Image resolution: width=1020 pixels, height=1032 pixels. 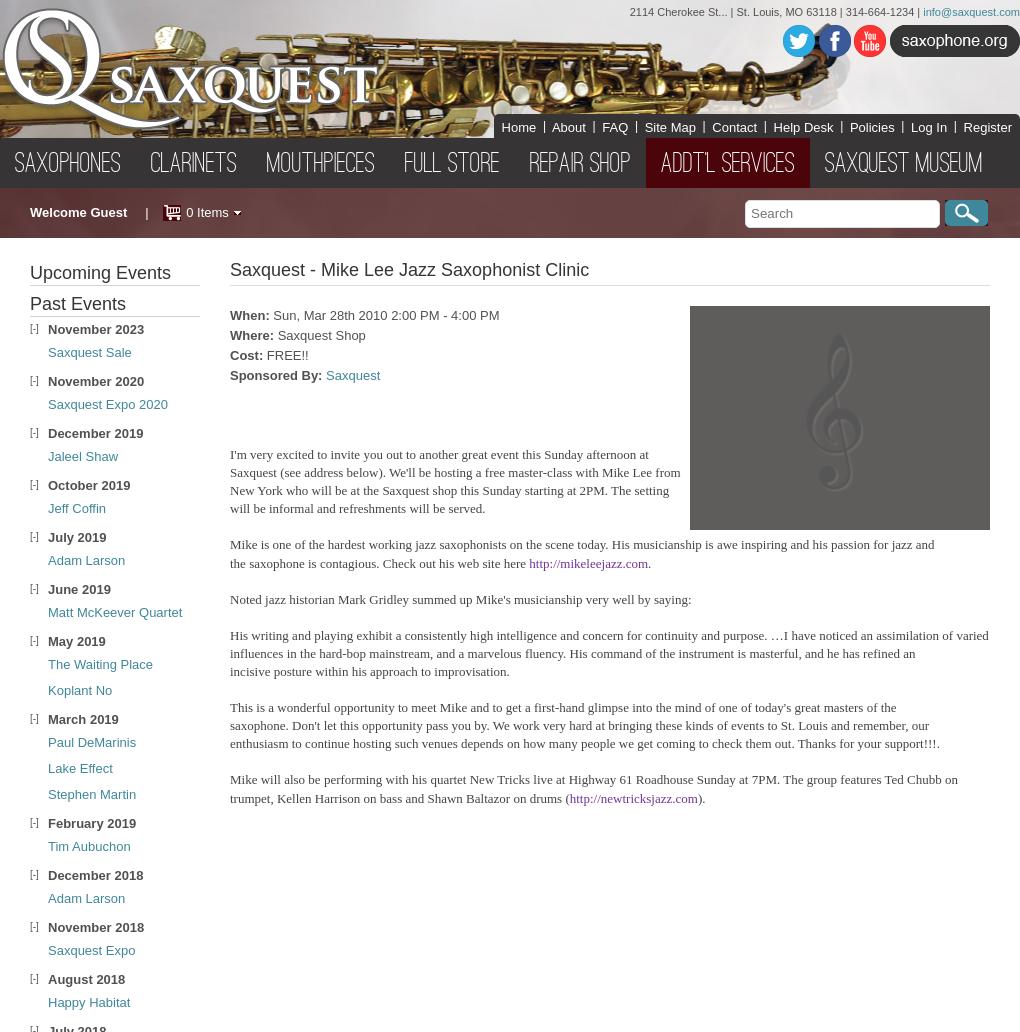 I want to click on 'FAQ', so click(x=613, y=126).